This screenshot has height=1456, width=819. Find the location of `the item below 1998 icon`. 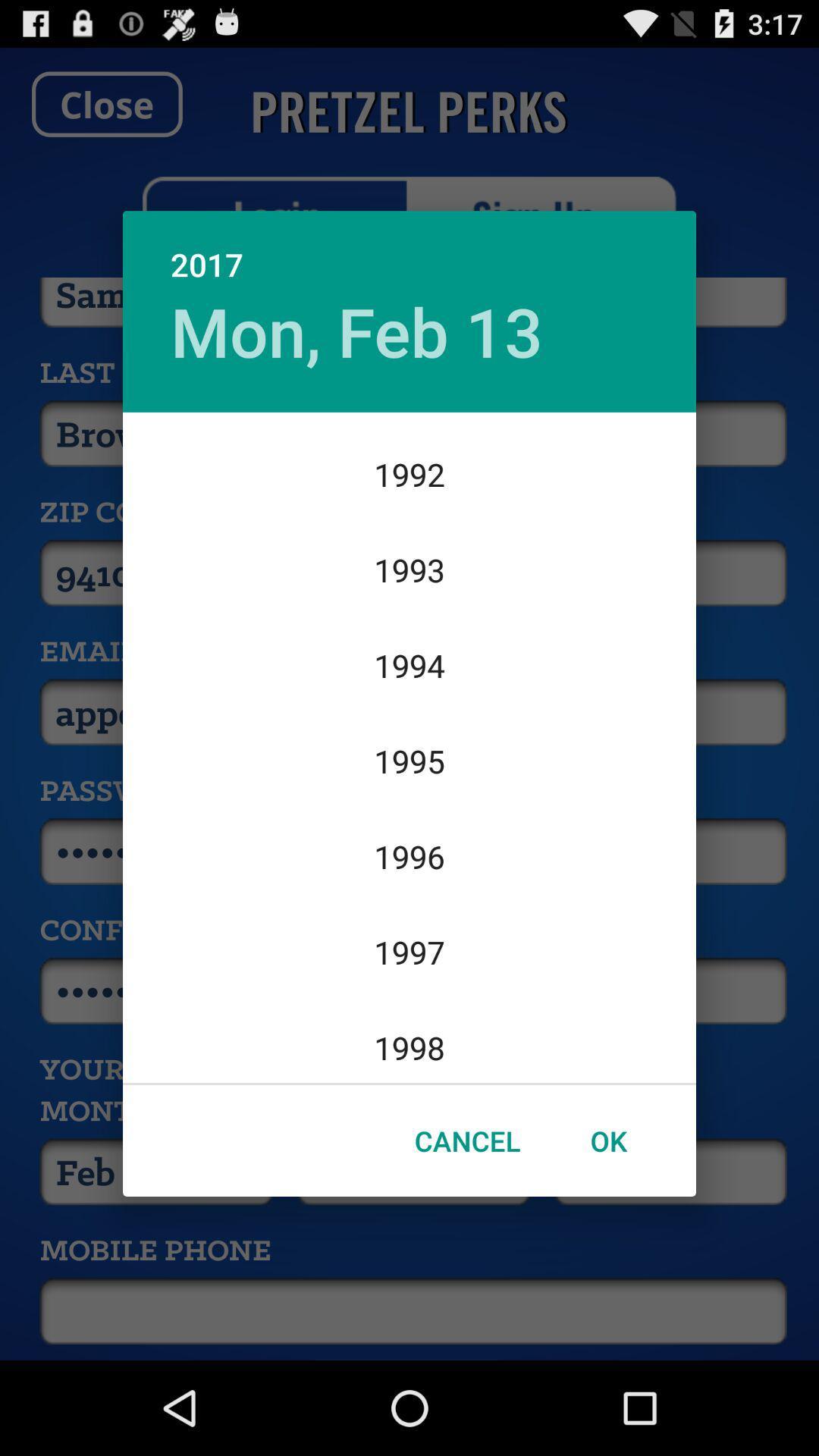

the item below 1998 icon is located at coordinates (607, 1141).